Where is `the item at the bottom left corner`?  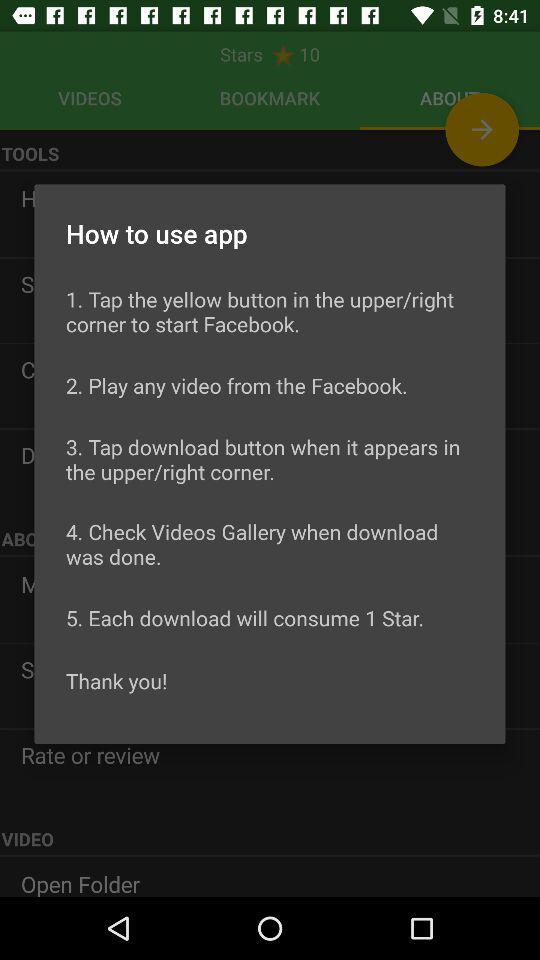 the item at the bottom left corner is located at coordinates (116, 681).